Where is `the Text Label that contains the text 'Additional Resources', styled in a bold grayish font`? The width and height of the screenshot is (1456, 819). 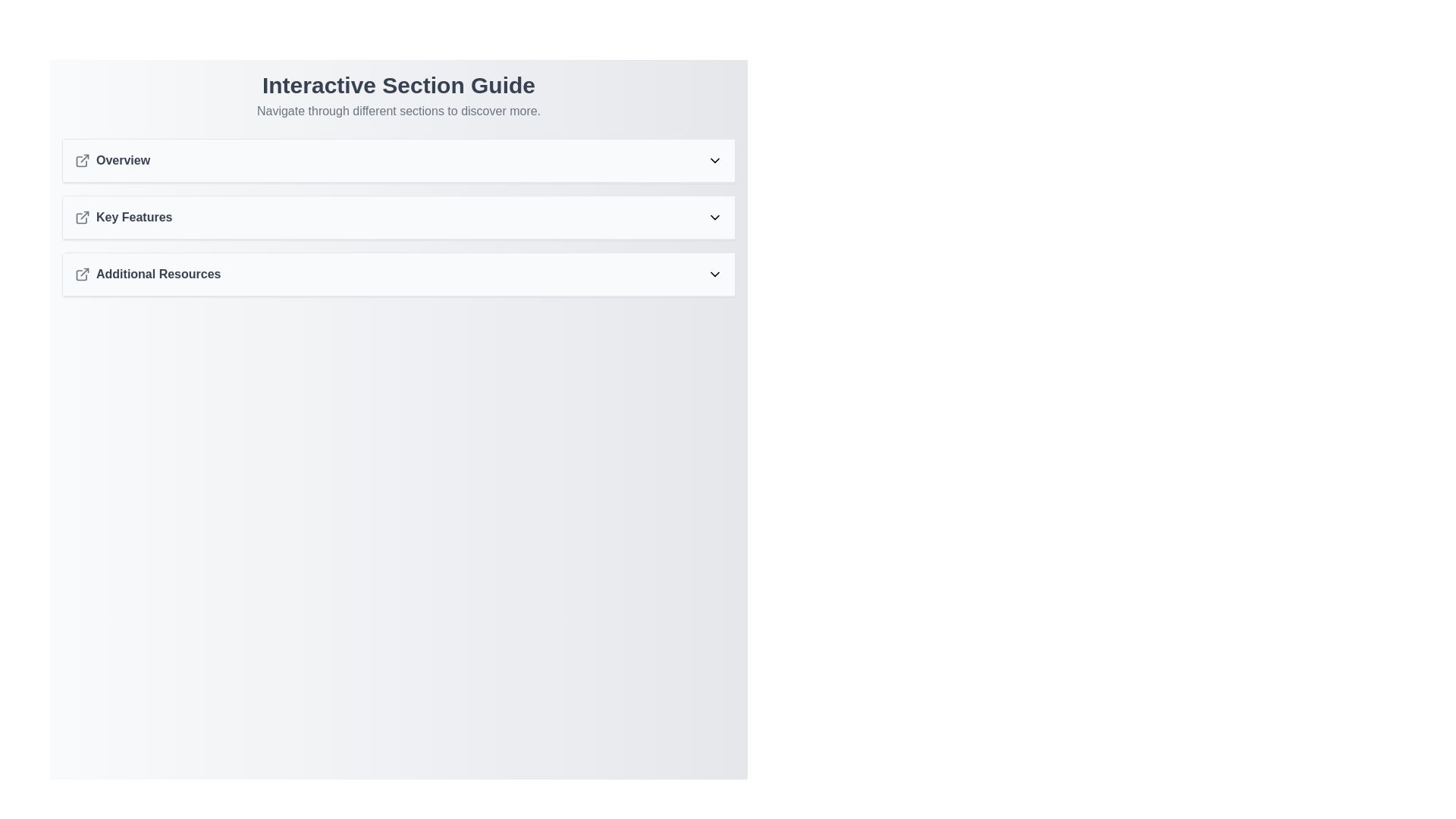
the Text Label that contains the text 'Additional Resources', styled in a bold grayish font is located at coordinates (158, 275).